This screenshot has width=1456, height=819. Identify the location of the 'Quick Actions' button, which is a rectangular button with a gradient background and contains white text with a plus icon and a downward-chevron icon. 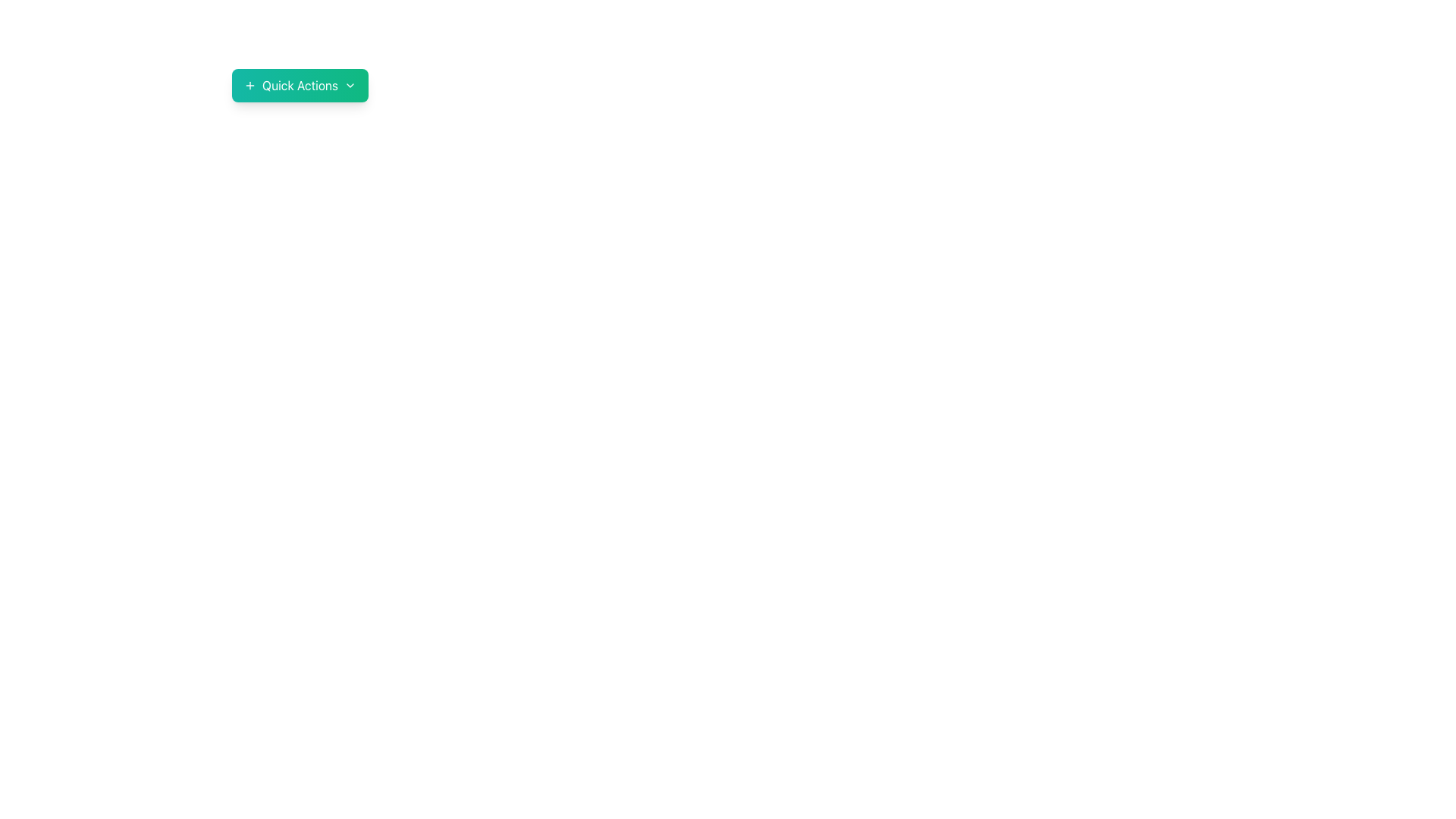
(300, 85).